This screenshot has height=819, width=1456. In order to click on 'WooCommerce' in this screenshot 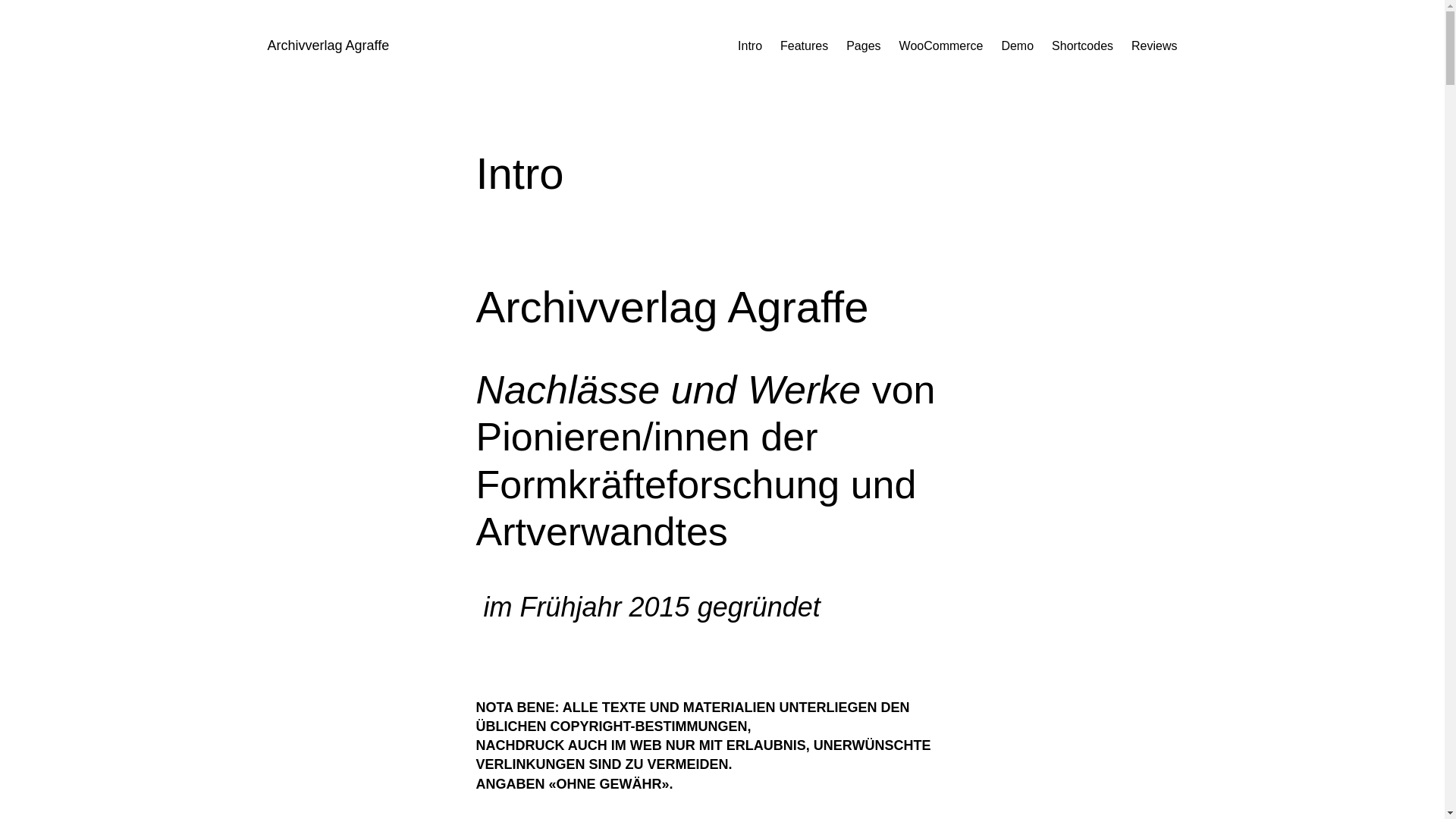, I will do `click(940, 45)`.